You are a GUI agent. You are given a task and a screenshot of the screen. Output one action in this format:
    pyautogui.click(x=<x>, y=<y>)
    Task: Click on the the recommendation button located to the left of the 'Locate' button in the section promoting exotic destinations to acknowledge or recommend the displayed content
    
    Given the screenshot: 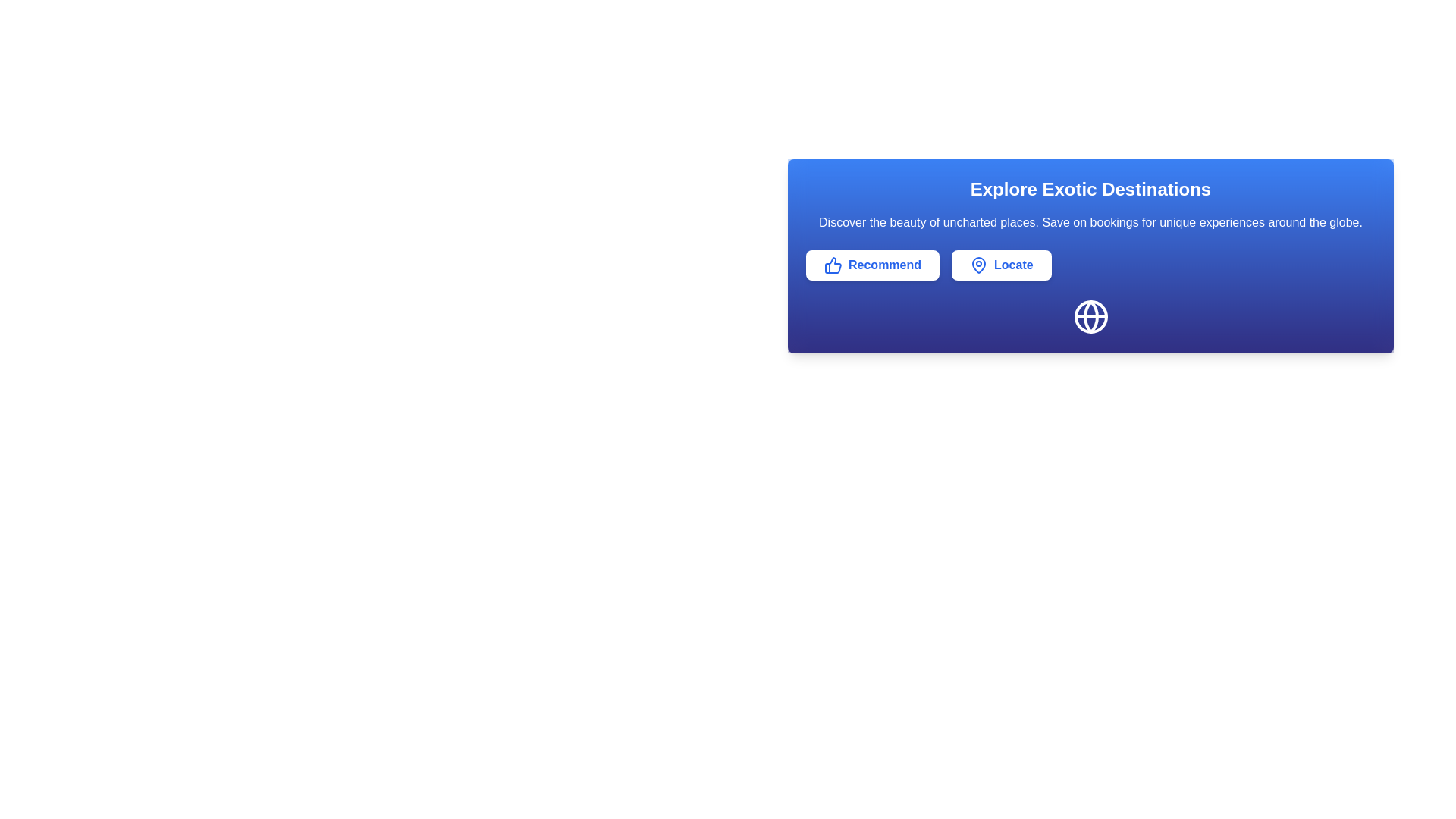 What is the action you would take?
    pyautogui.click(x=873, y=265)
    